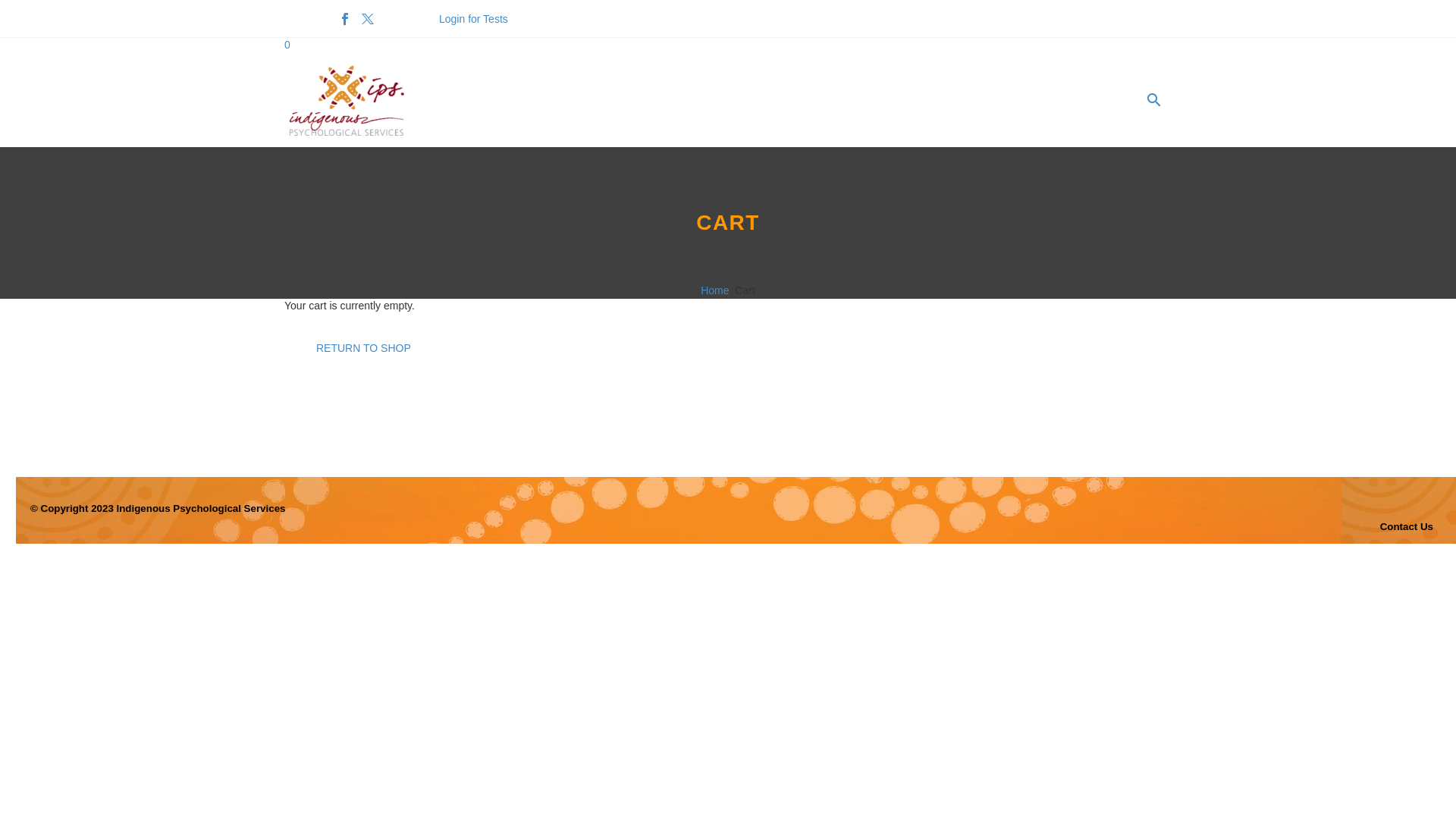  Describe the element at coordinates (344, 18) in the screenshot. I see `'Facebook'` at that location.